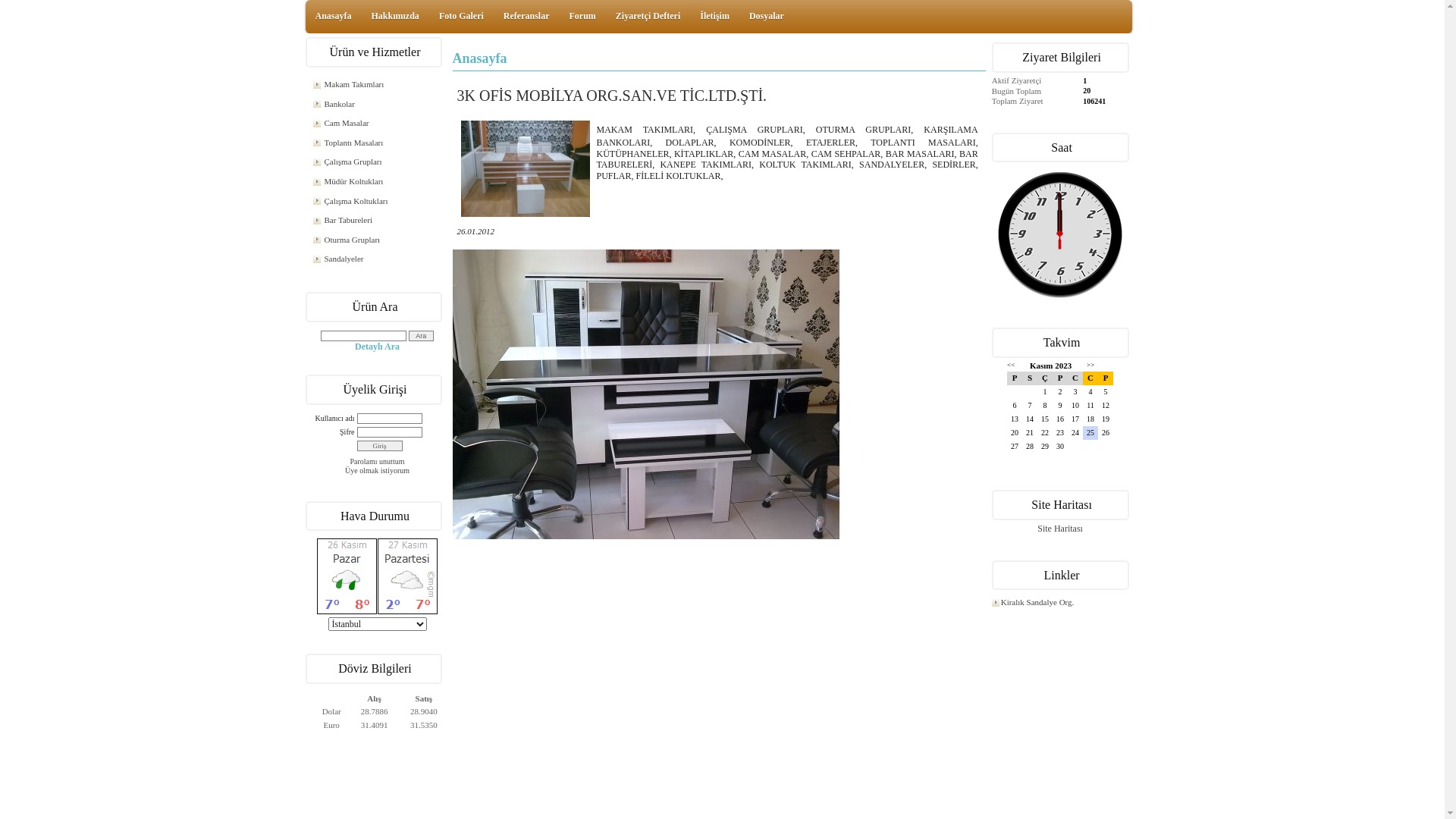 The height and width of the screenshot is (819, 1456). I want to click on '28', so click(1030, 446).